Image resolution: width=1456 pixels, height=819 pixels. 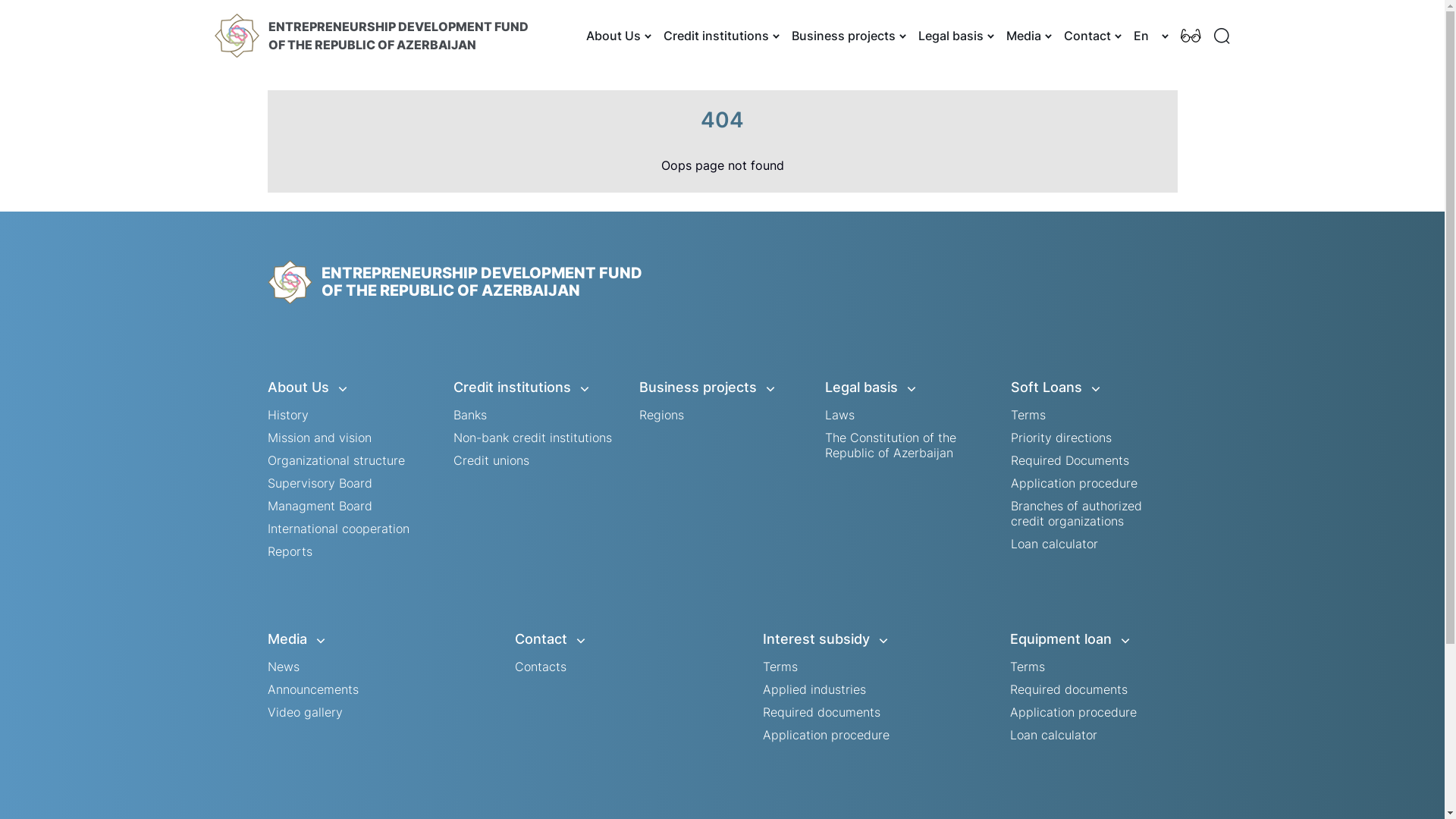 What do you see at coordinates (541, 666) in the screenshot?
I see `'Contacts'` at bounding box center [541, 666].